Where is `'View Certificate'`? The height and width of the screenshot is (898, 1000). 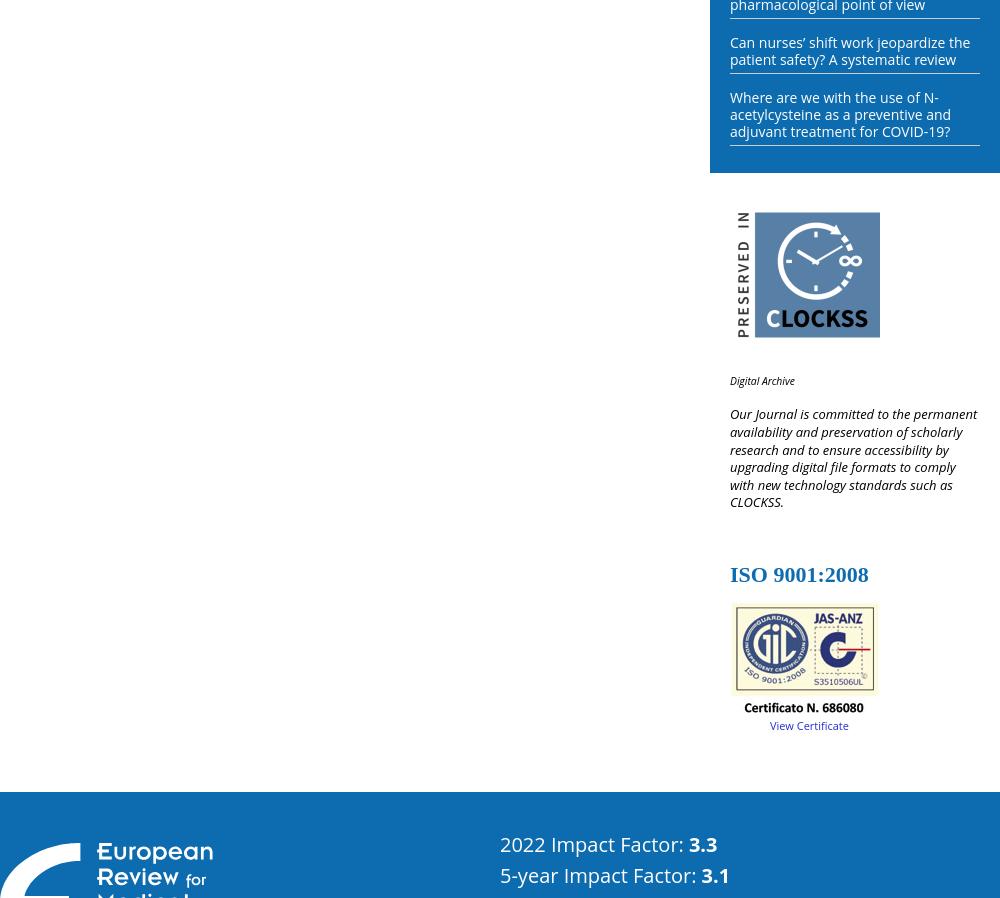
'View Certificate' is located at coordinates (770, 724).